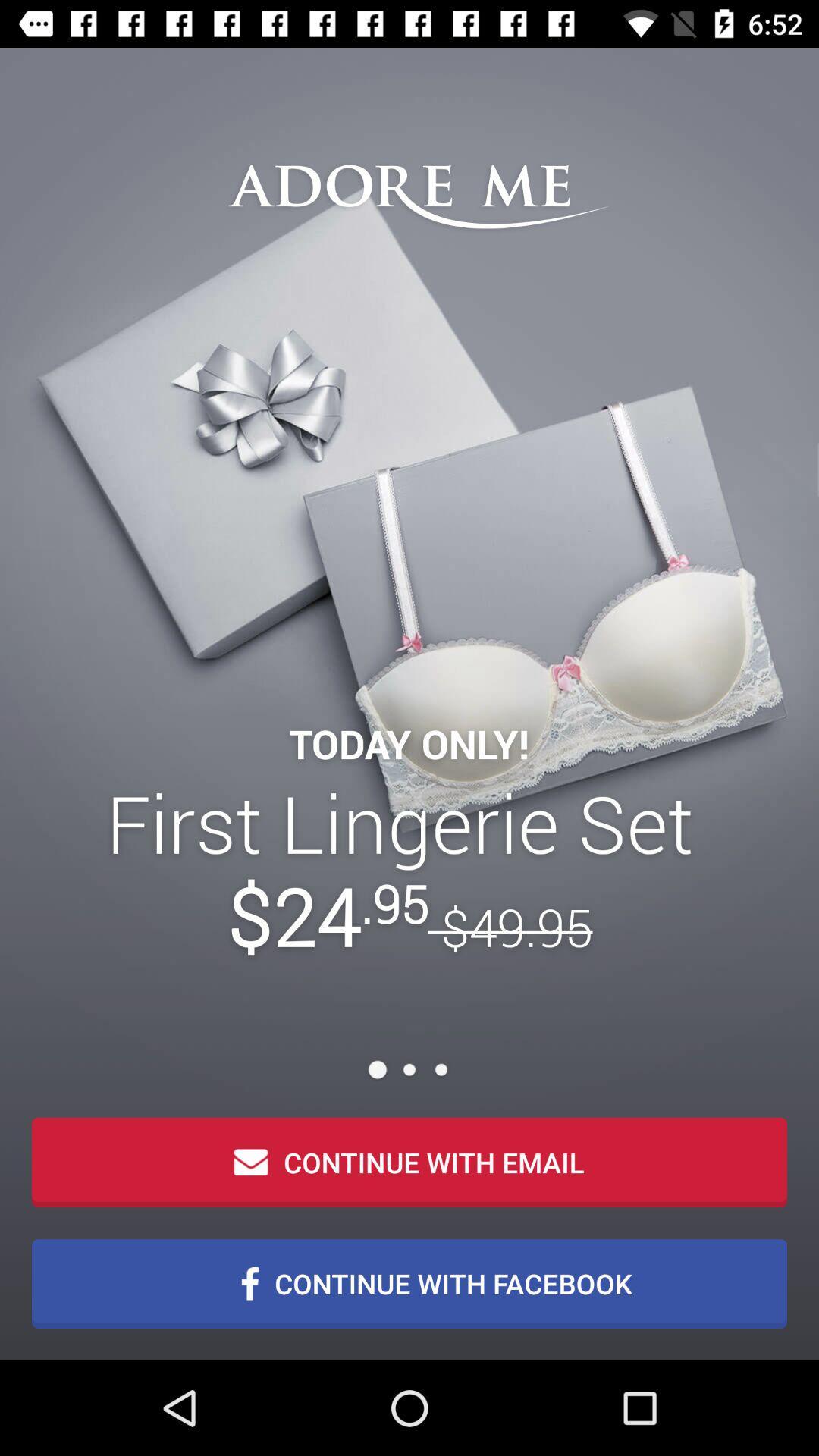 The image size is (819, 1456). What do you see at coordinates (409, 869) in the screenshot?
I see `first lingerie set icon` at bounding box center [409, 869].